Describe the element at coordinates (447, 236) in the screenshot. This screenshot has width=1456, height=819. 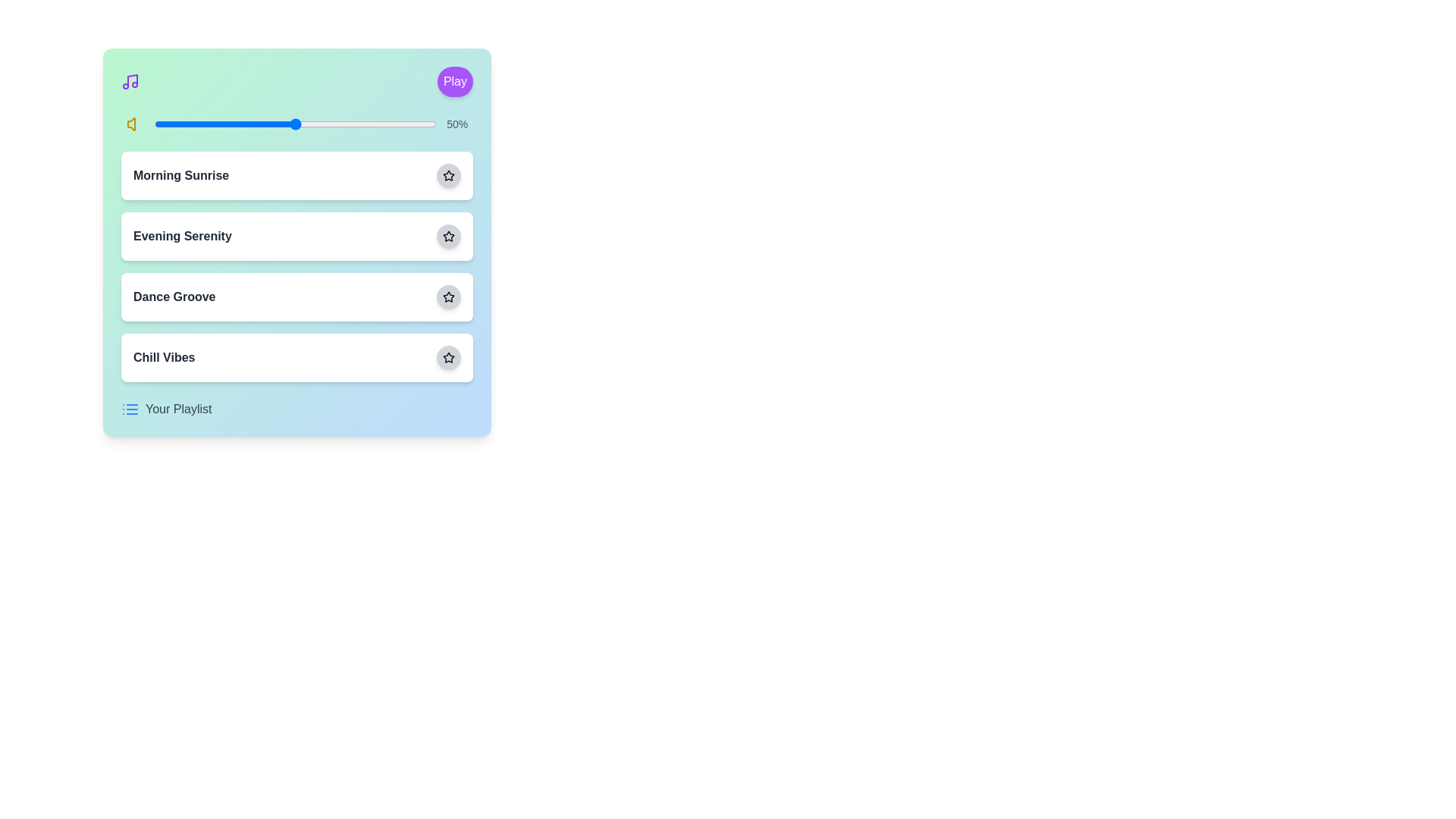
I see `the star-shaped interactive icon` at that location.